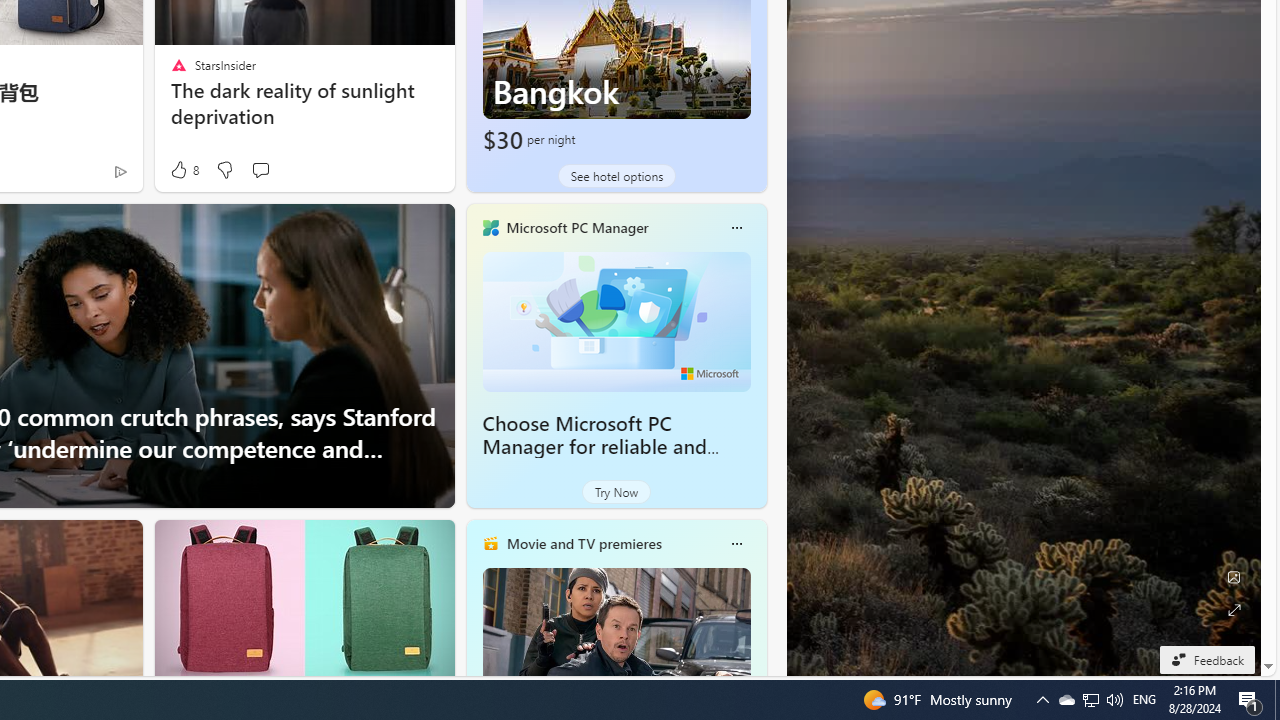 This screenshot has width=1280, height=720. What do you see at coordinates (576, 226) in the screenshot?
I see `'Microsoft PC Manager'` at bounding box center [576, 226].